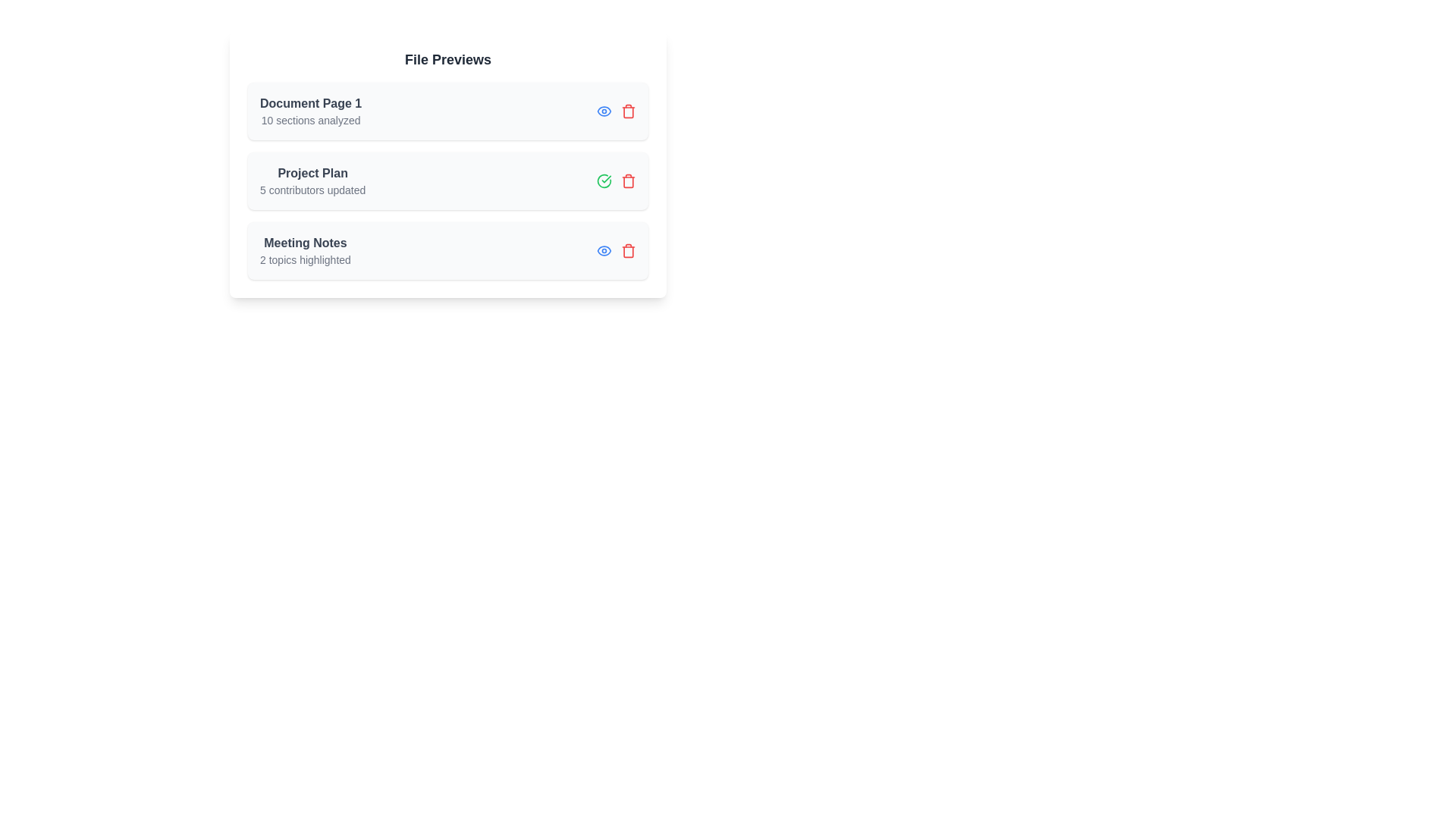 Image resolution: width=1456 pixels, height=819 pixels. Describe the element at coordinates (629, 110) in the screenshot. I see `trash icon for the item titled 'Document Page 1'` at that location.